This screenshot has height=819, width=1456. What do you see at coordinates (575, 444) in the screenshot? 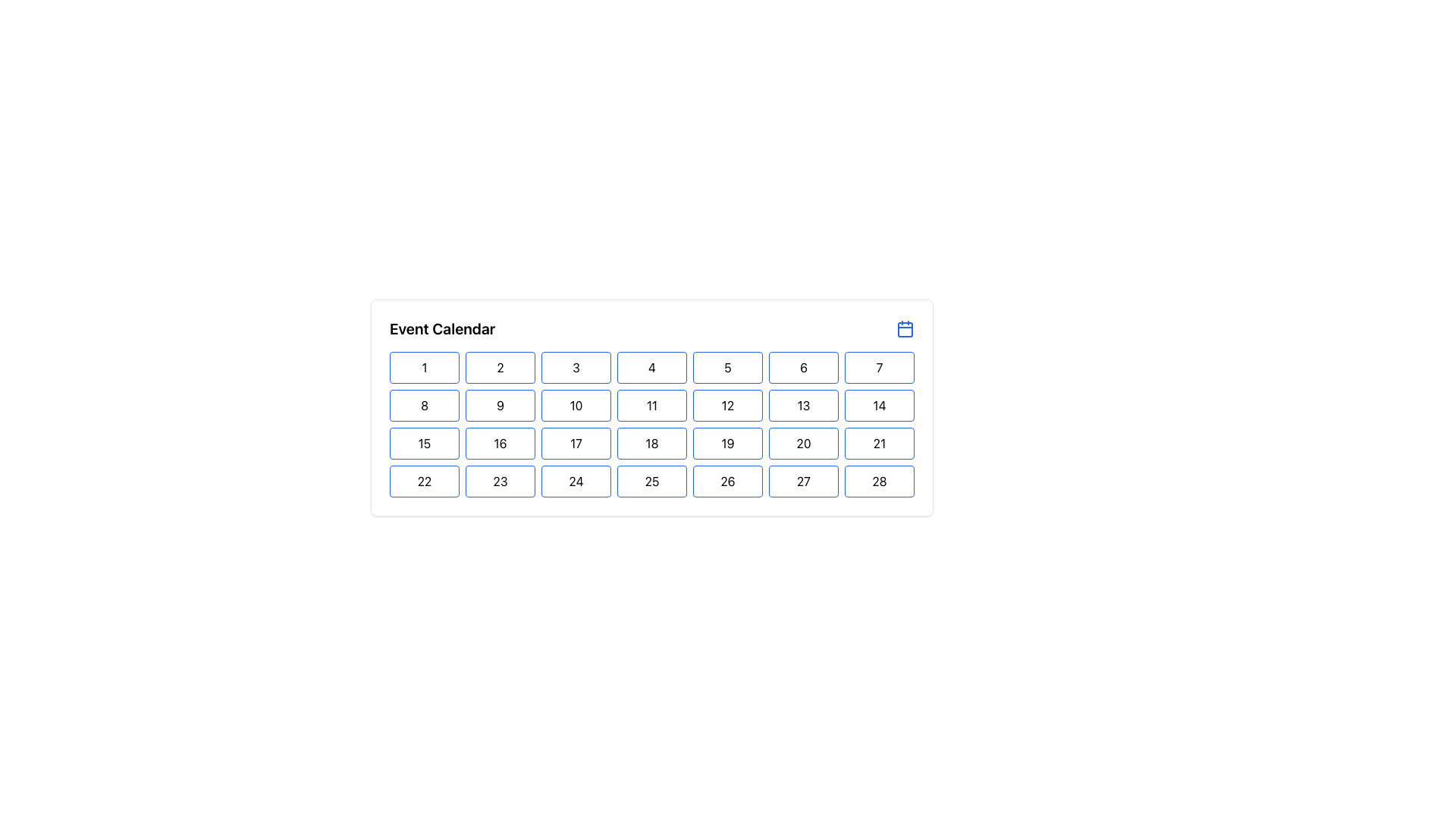
I see `the rectangular button with the text '17', outlined in blue and emphasized with a red border, located in the Event Calendar section` at bounding box center [575, 444].